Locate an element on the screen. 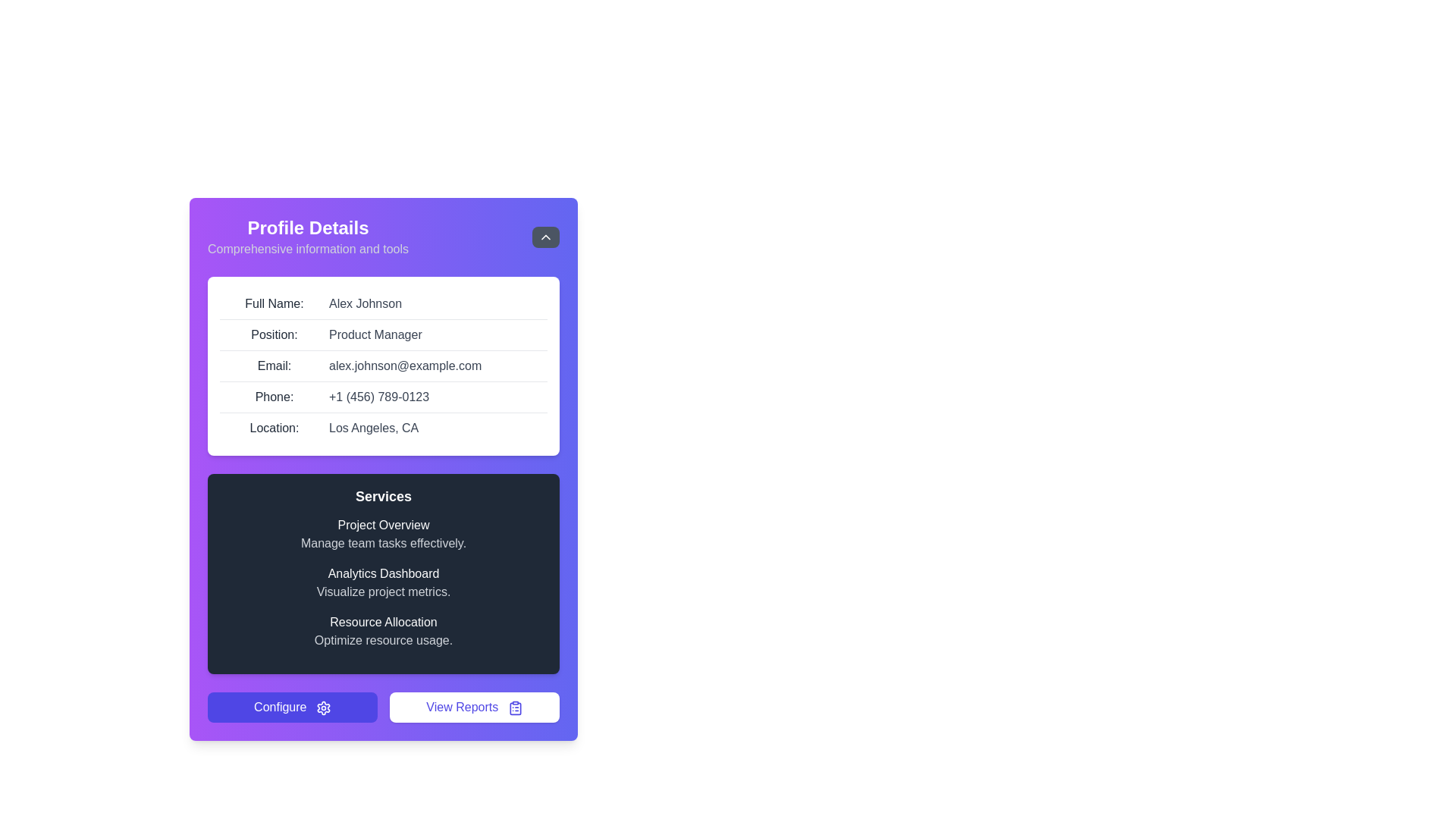  the text label displaying 'Comprehensive information and tools', which is located below the 'Profile Details' heading in the purple header area of the card is located at coordinates (307, 248).